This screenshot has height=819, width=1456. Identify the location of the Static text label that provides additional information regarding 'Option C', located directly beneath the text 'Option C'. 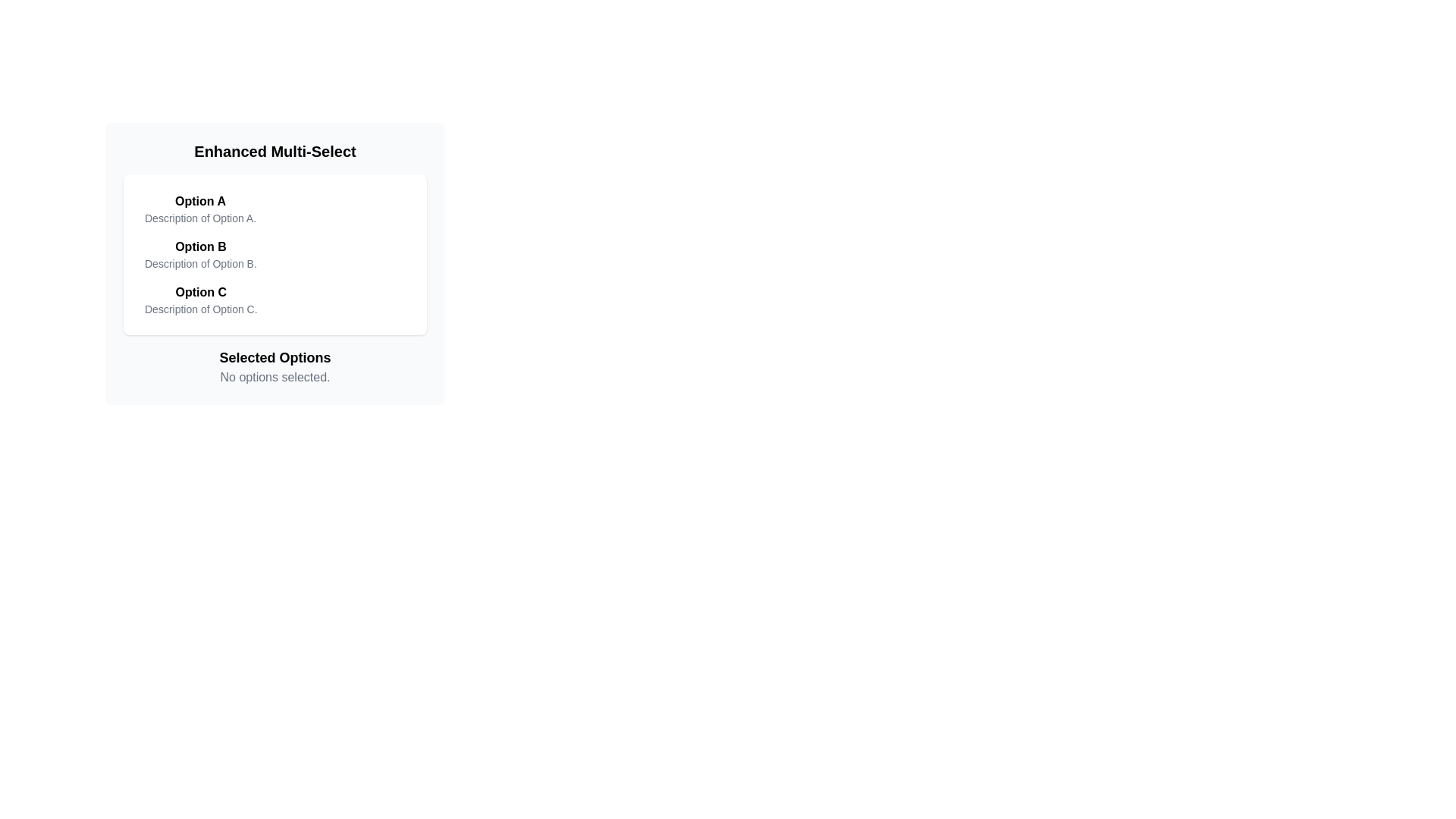
(200, 309).